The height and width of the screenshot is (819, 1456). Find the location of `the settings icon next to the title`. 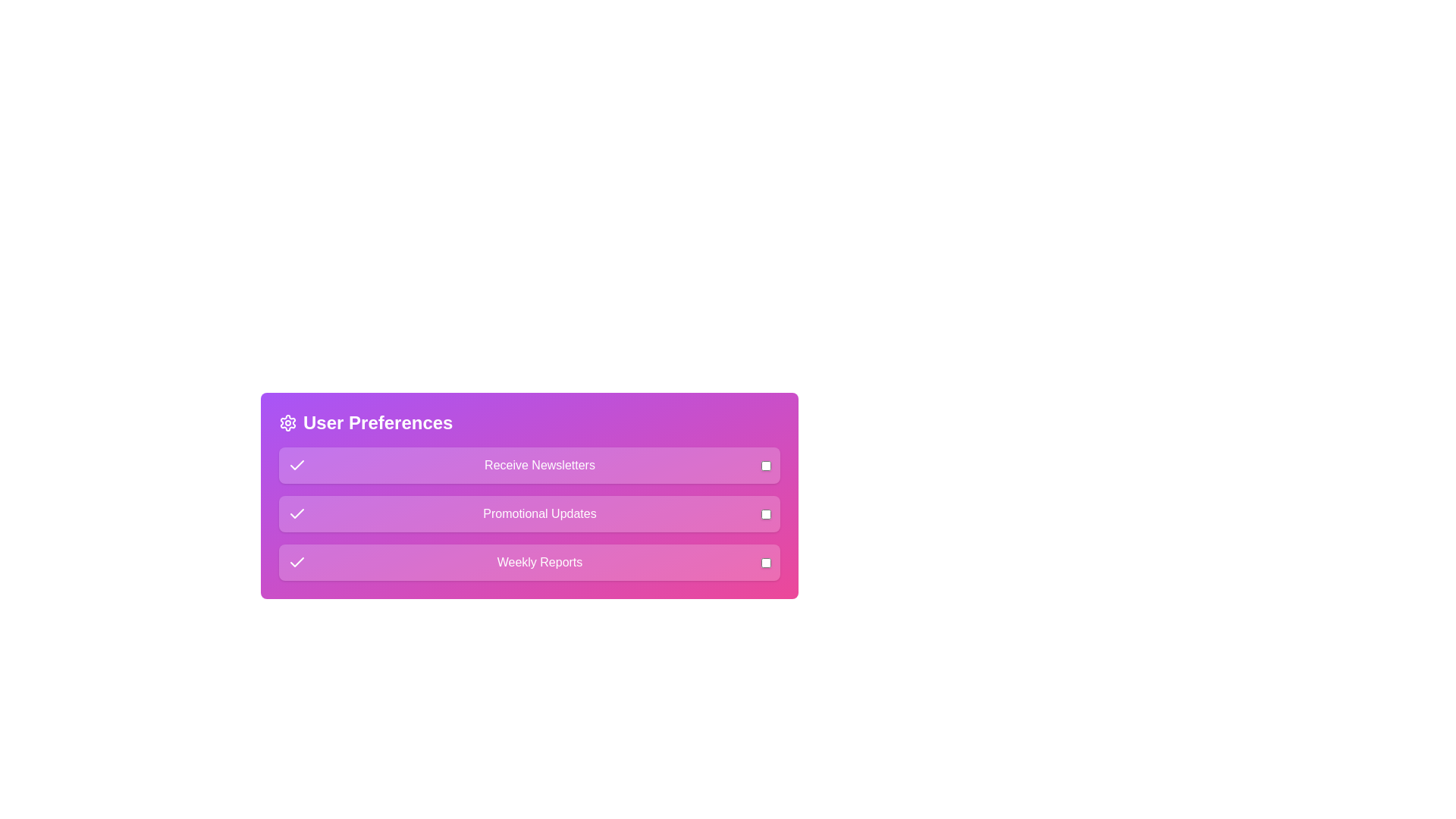

the settings icon next to the title is located at coordinates (287, 423).